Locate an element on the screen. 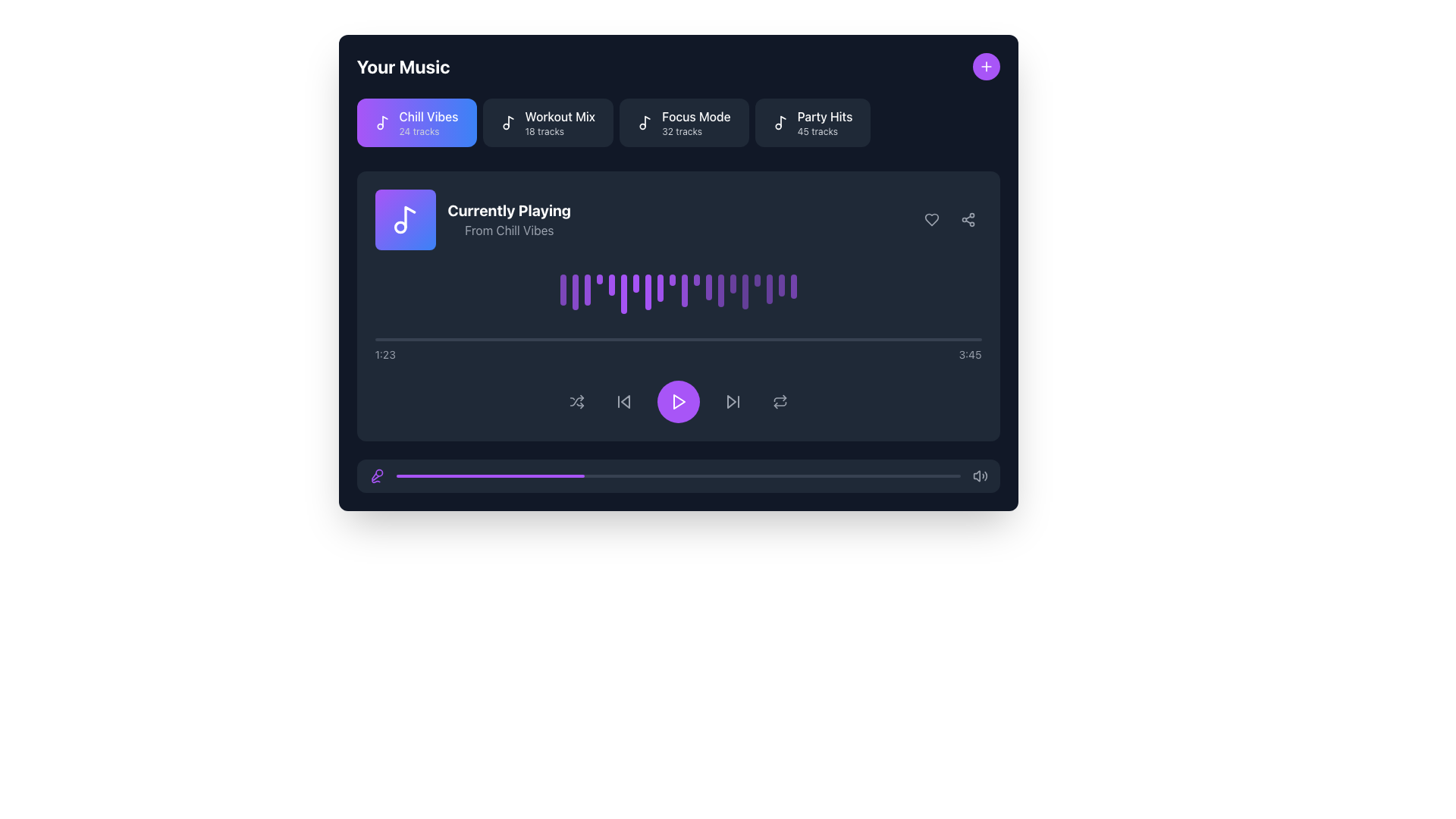  the progress bar located below the purple waveform visualization and above the media control buttons to skip to a specific time in the playback is located at coordinates (677, 350).